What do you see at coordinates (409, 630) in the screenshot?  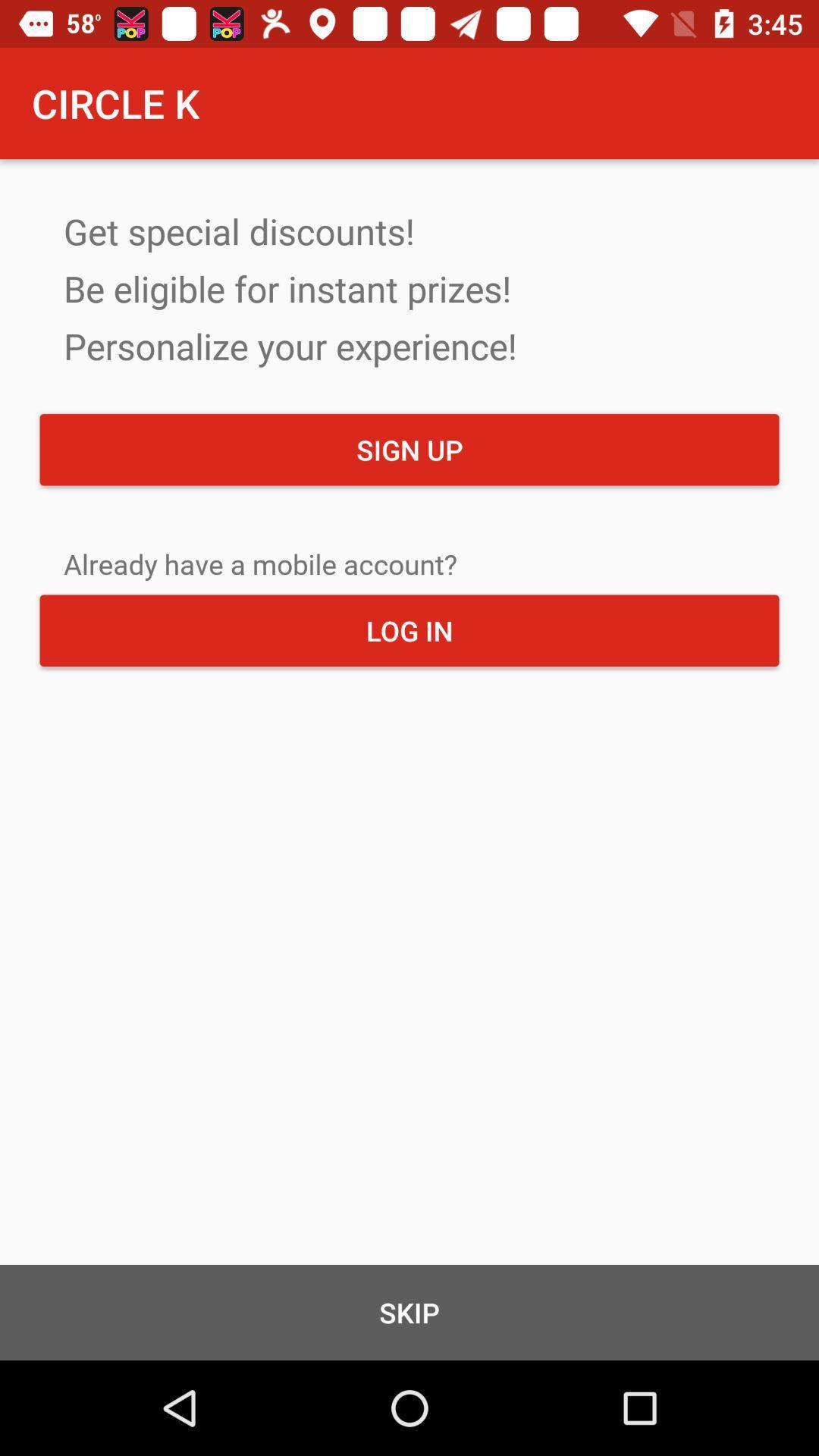 I see `the icon above the skip` at bounding box center [409, 630].